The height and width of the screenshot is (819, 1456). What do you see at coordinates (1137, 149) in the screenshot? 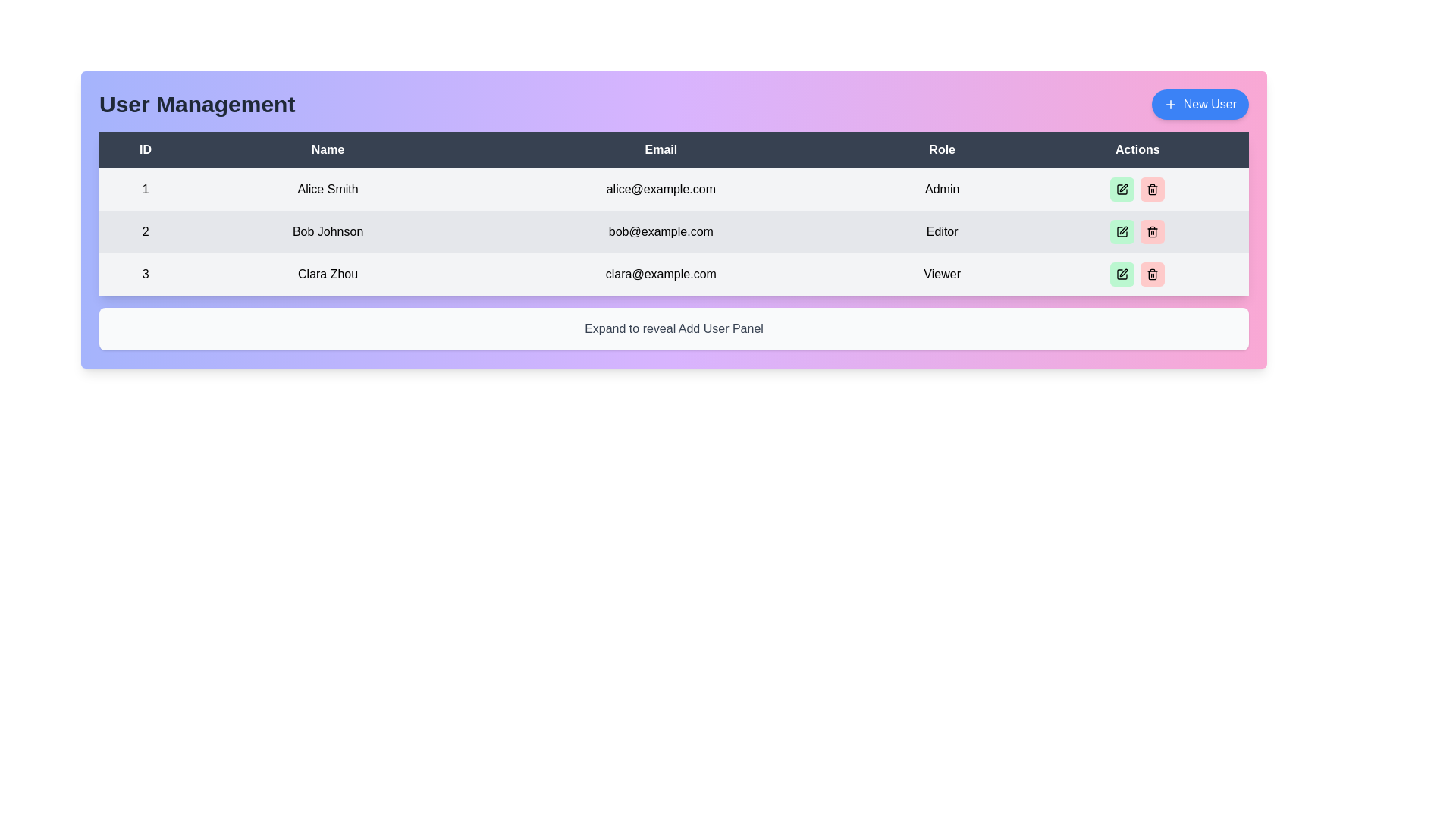
I see `the 'Actions' table header, which is the rightmost header in a table with a dark background and bold white text` at bounding box center [1137, 149].